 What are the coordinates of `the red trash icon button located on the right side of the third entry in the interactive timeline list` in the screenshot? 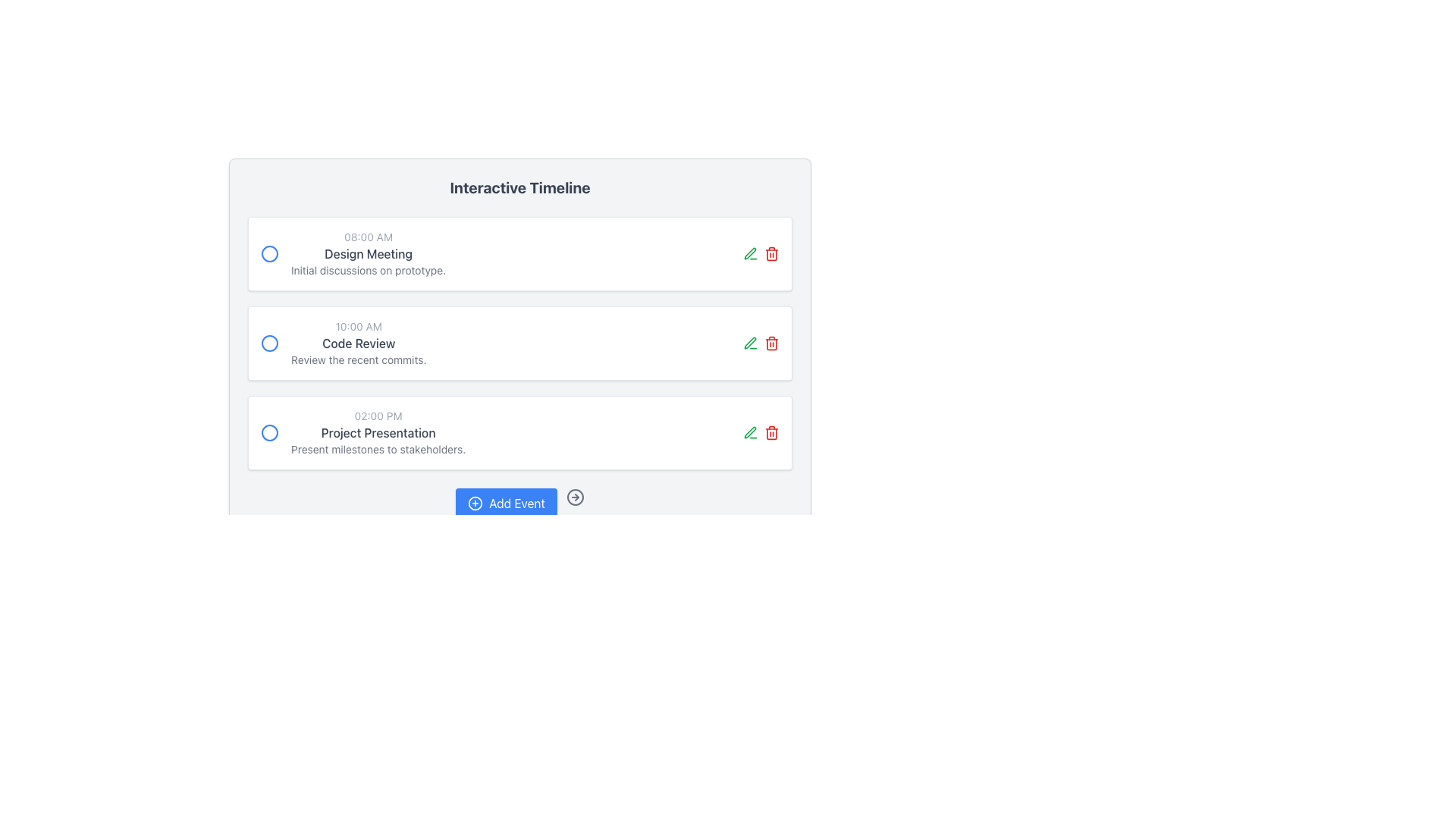 It's located at (771, 432).